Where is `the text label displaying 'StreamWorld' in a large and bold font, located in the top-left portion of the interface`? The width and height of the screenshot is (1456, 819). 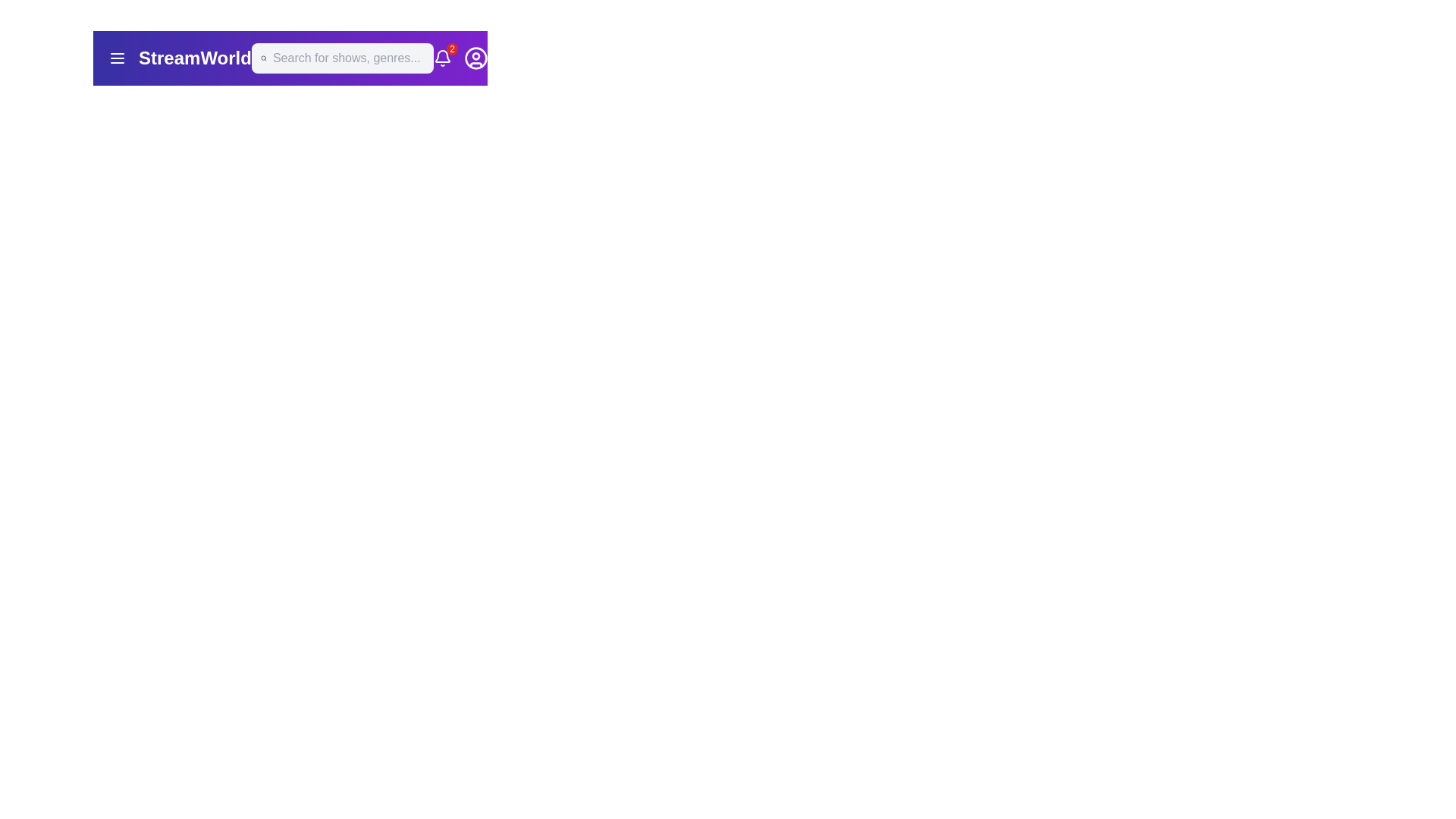
the text label displaying 'StreamWorld' in a large and bold font, located in the top-left portion of the interface is located at coordinates (194, 58).